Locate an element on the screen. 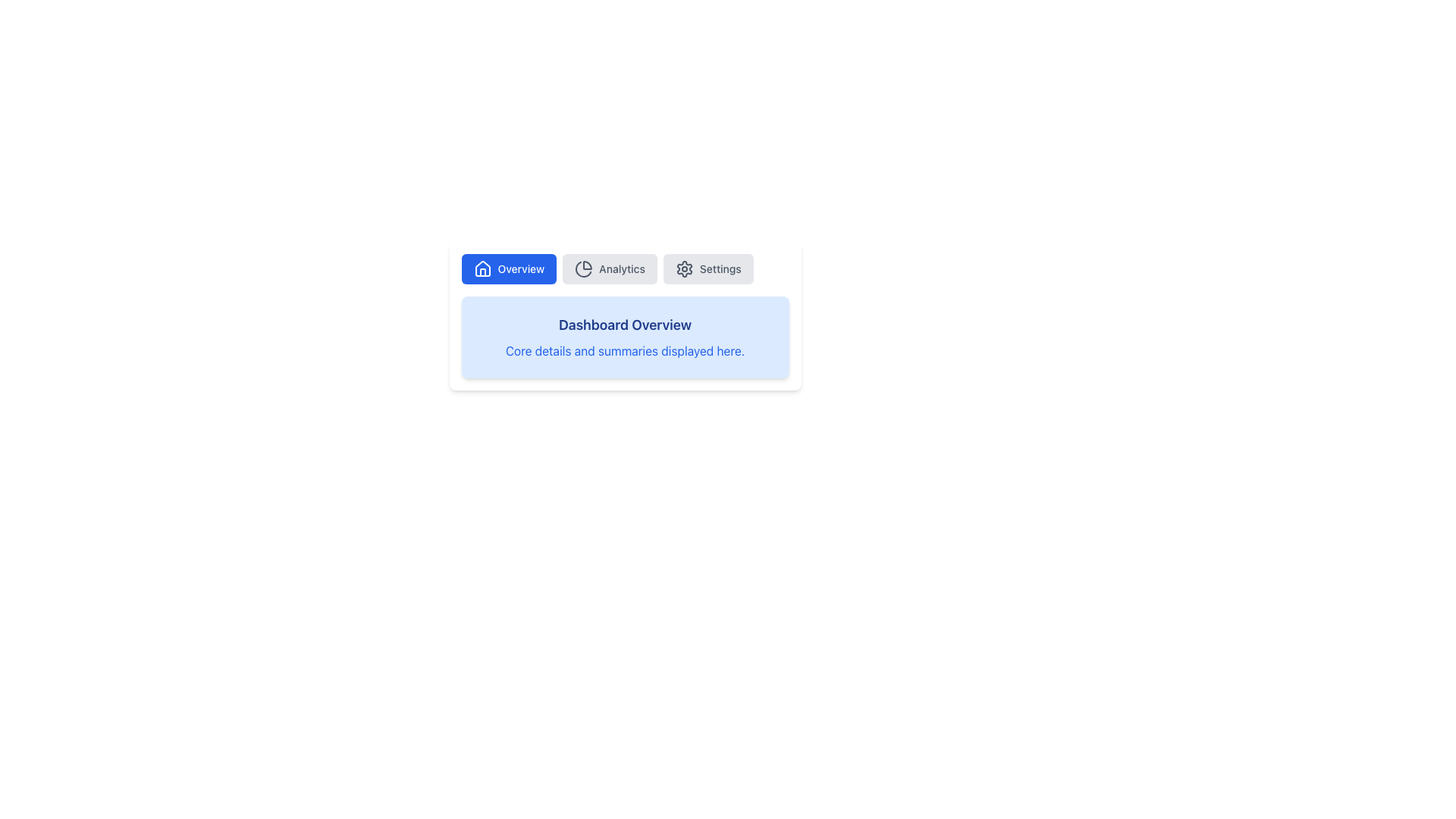  the 'Settings' text label, which is styled with a medium font weight and displayed in gray color, located within the button on the rightmost side of the top row of navigation buttons is located at coordinates (720, 268).